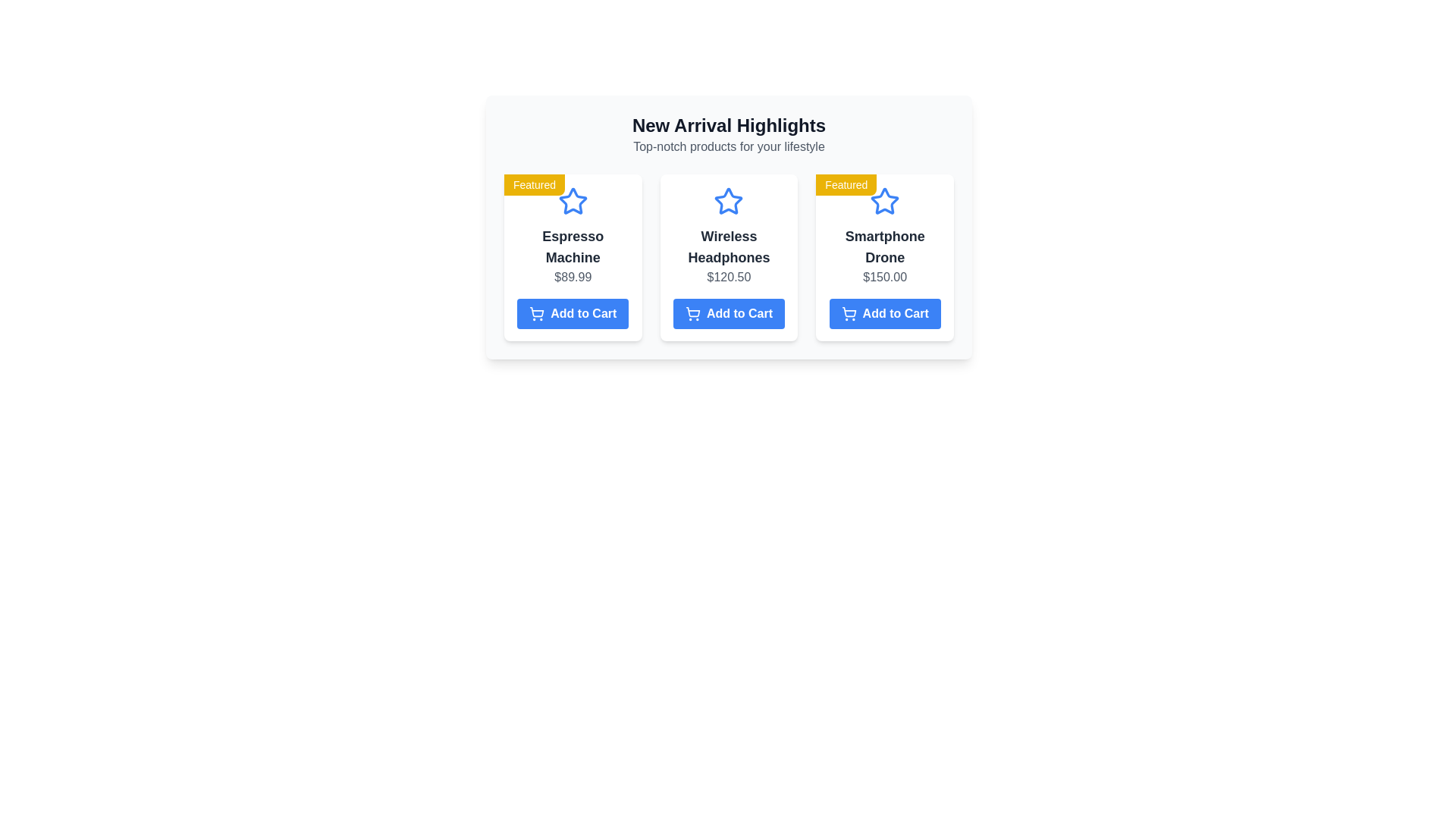 Image resolution: width=1456 pixels, height=819 pixels. I want to click on the shopping cart icon located to the left of the 'Add to Cart' text button for the 'Smartphone Drone' product, so click(848, 312).